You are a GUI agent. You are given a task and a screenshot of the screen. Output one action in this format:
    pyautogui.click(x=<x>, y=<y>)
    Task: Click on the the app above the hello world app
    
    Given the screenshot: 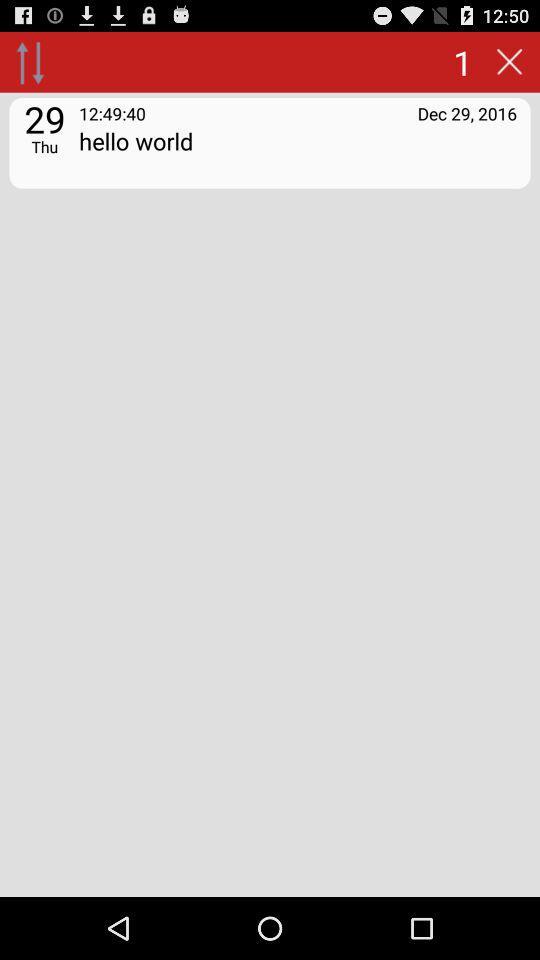 What is the action you would take?
    pyautogui.click(x=112, y=113)
    